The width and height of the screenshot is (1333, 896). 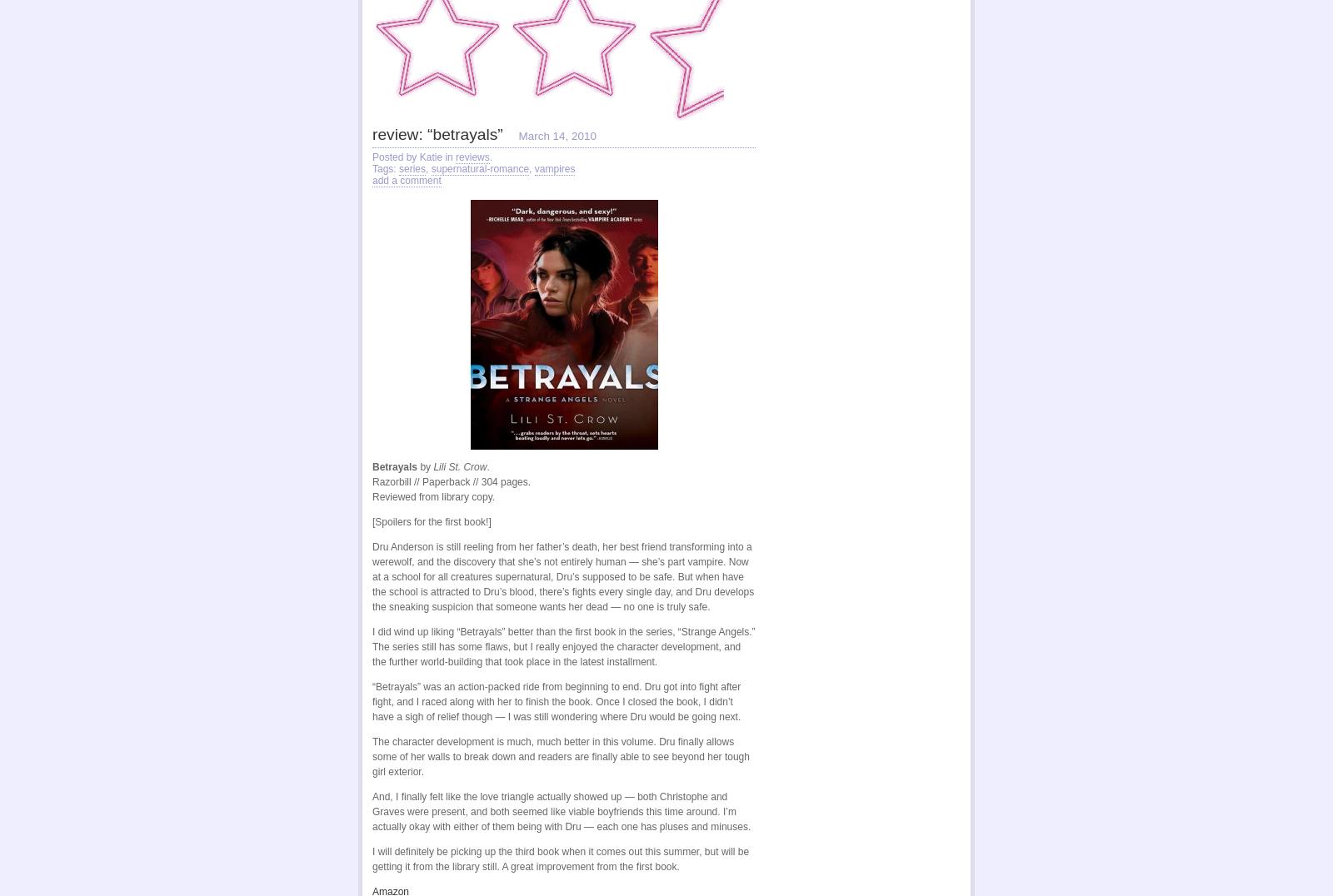 What do you see at coordinates (557, 701) in the screenshot?
I see `'“Betrayals” was an action-packed ride from beginning to end. Dru got into fight after fight, and I raced along with her to finish the book. Once I closed the book, I didn’t have a sigh of relief though — I was still wondering where Dru would be going next.'` at bounding box center [557, 701].